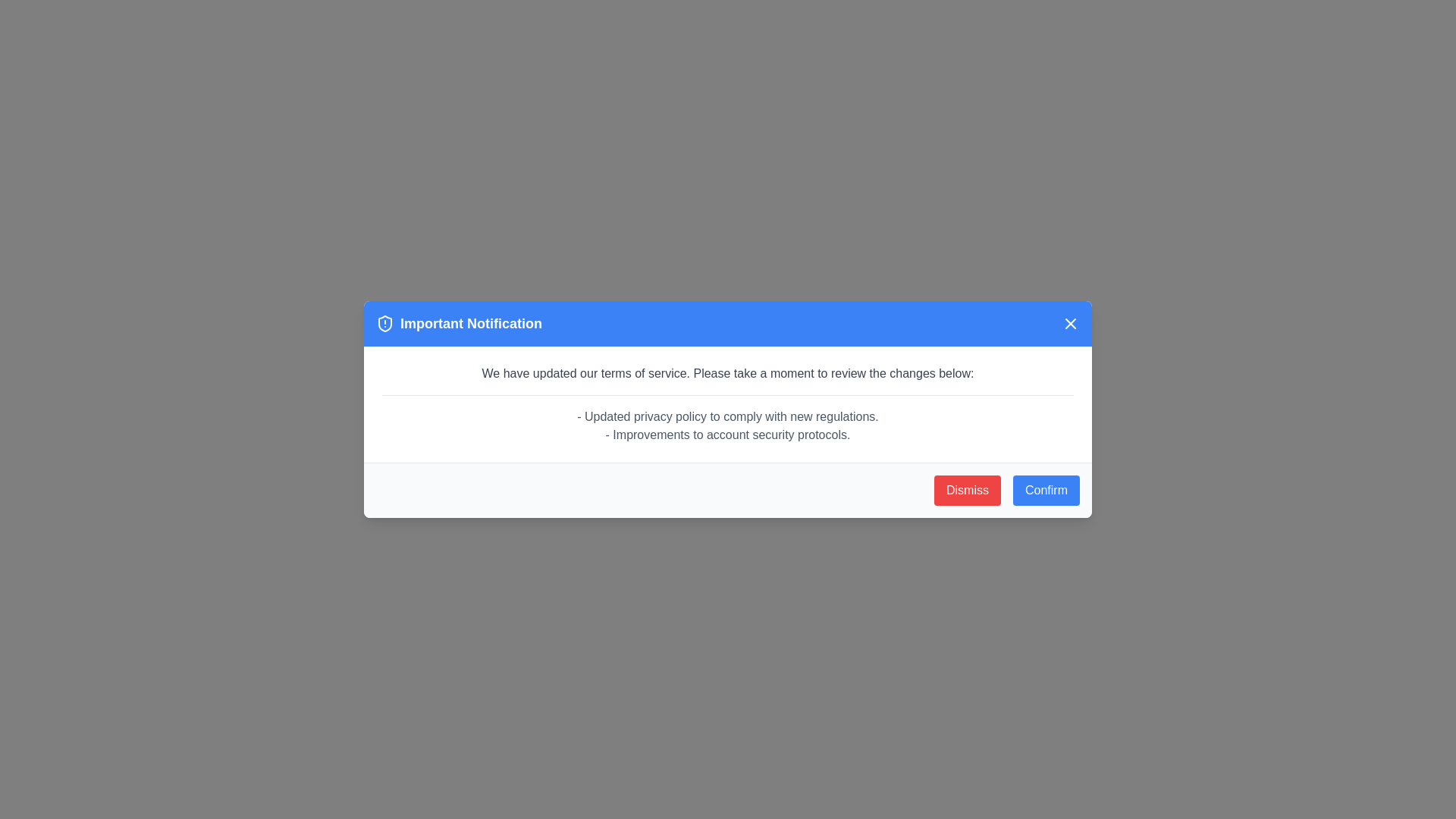 Image resolution: width=1456 pixels, height=819 pixels. Describe the element at coordinates (458, 323) in the screenshot. I see `the notification title to highlight it` at that location.